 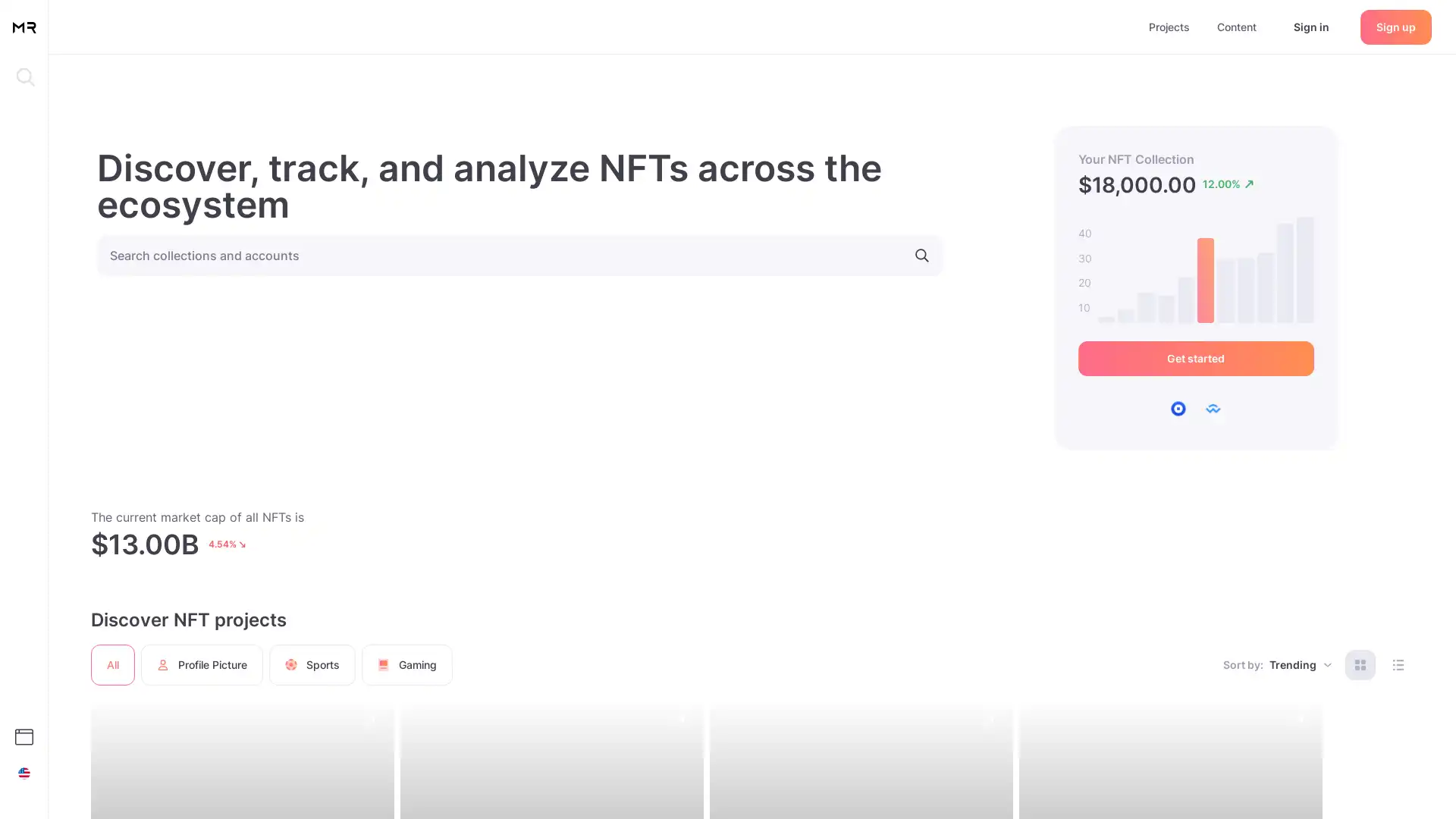 I want to click on Sign up, so click(x=1395, y=26).